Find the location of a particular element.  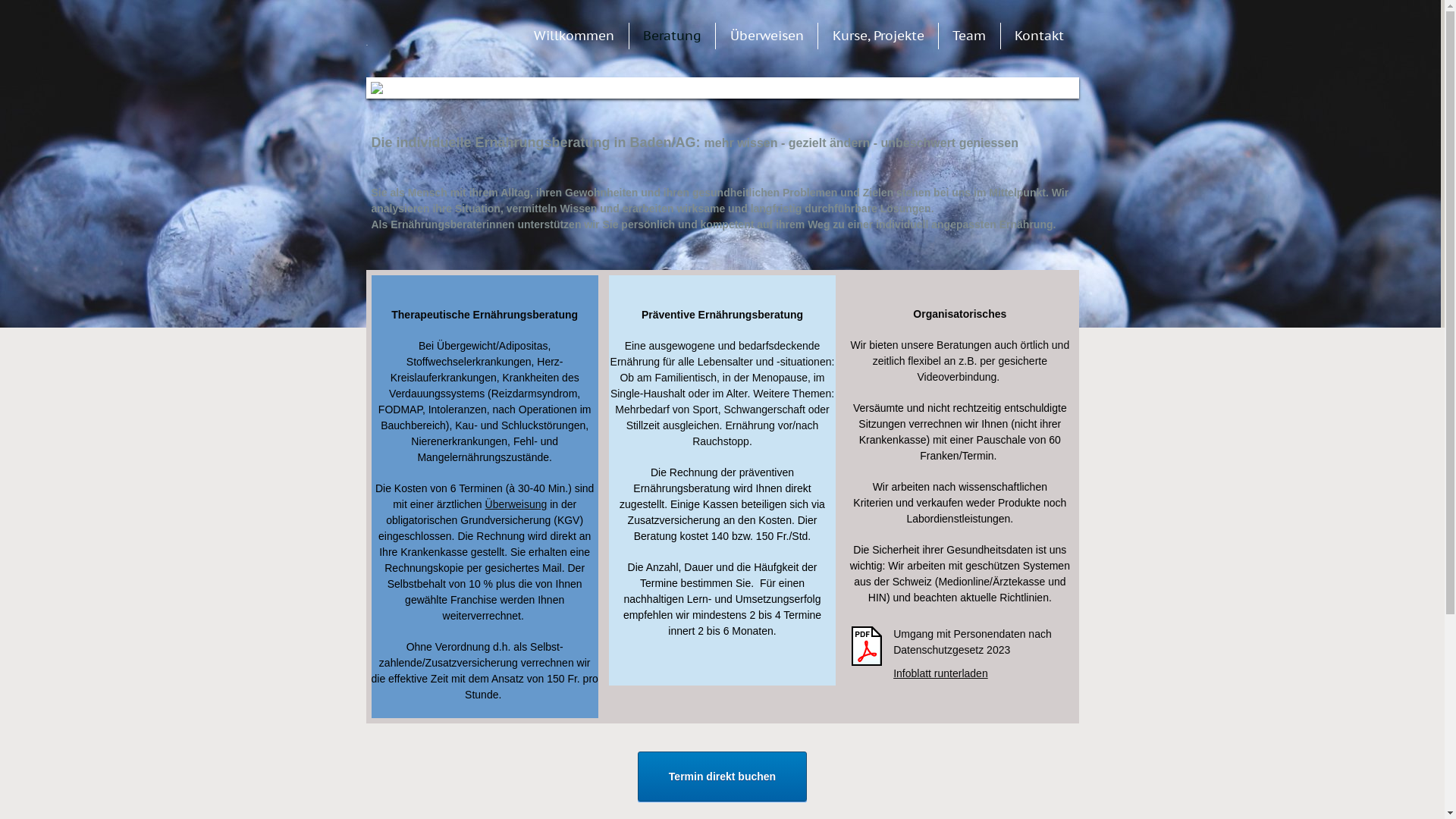

'Beratung' is located at coordinates (671, 34).